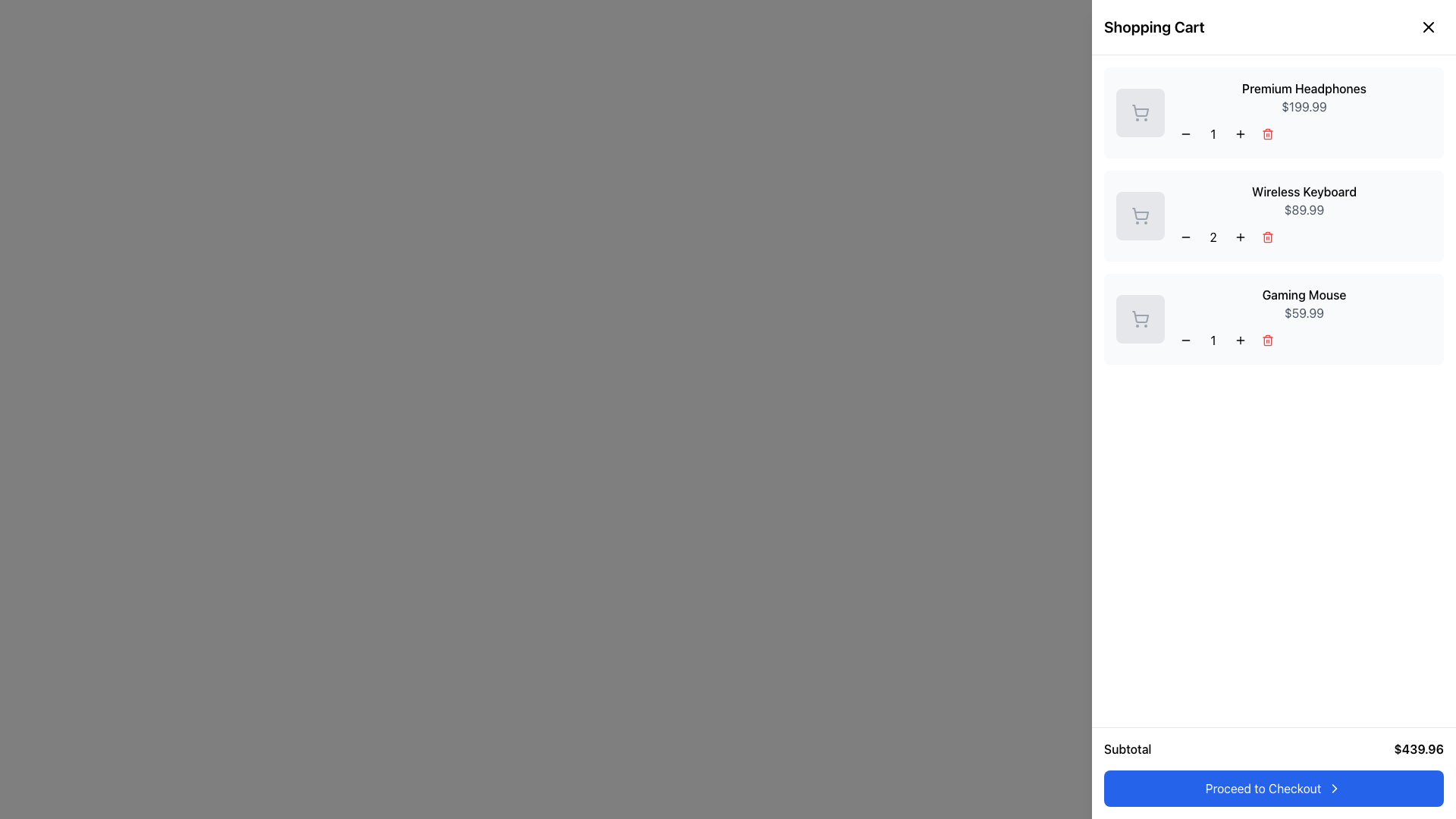 The height and width of the screenshot is (819, 1456). I want to click on the close button located at the top-right corner of the 'Shopping Cart' modal, so click(1425, 30).